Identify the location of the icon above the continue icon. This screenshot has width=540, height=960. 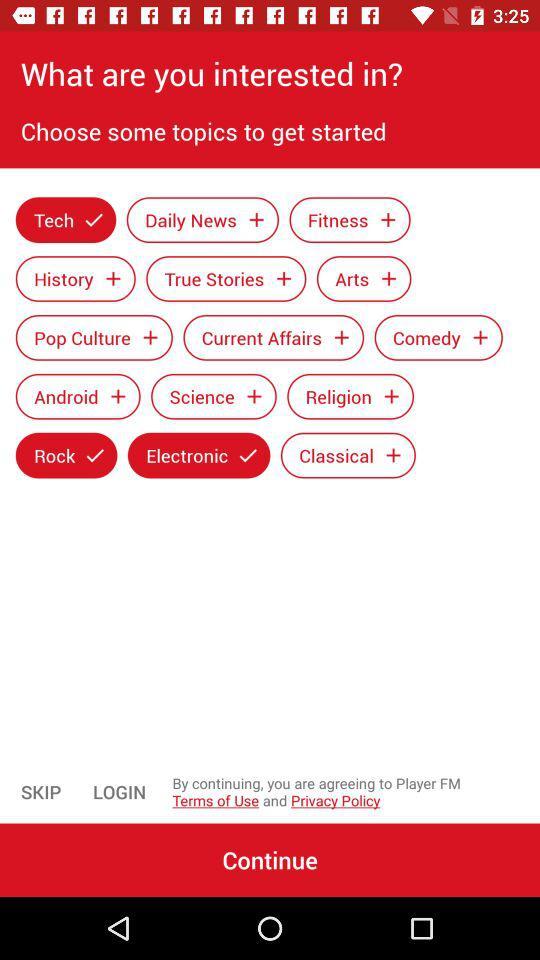
(119, 792).